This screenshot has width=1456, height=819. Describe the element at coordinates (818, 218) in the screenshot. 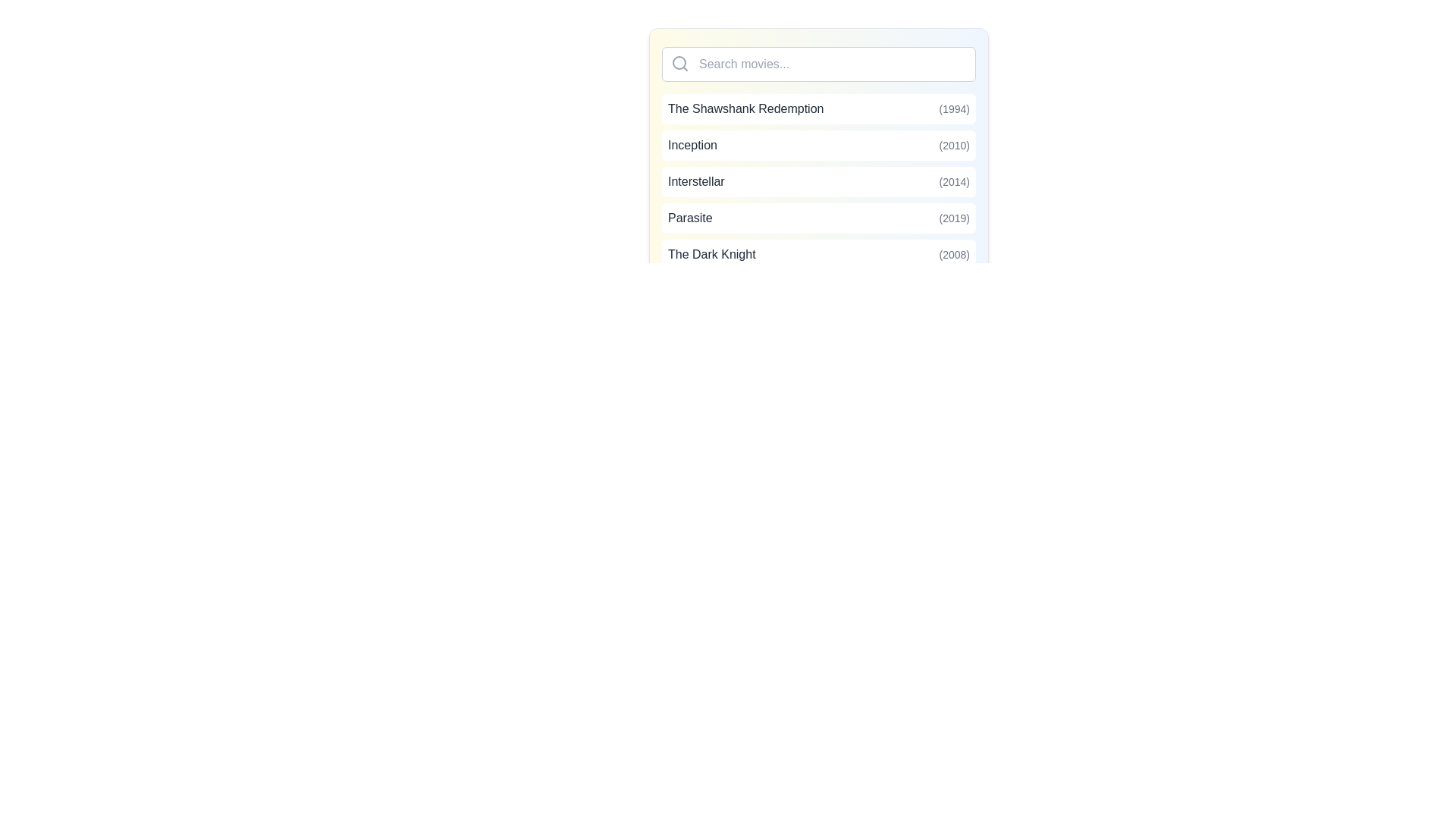

I see `the fourth movie item in the list, which is located between 'Interstellar (2014)' and 'The Dark Knight (2008)'` at that location.